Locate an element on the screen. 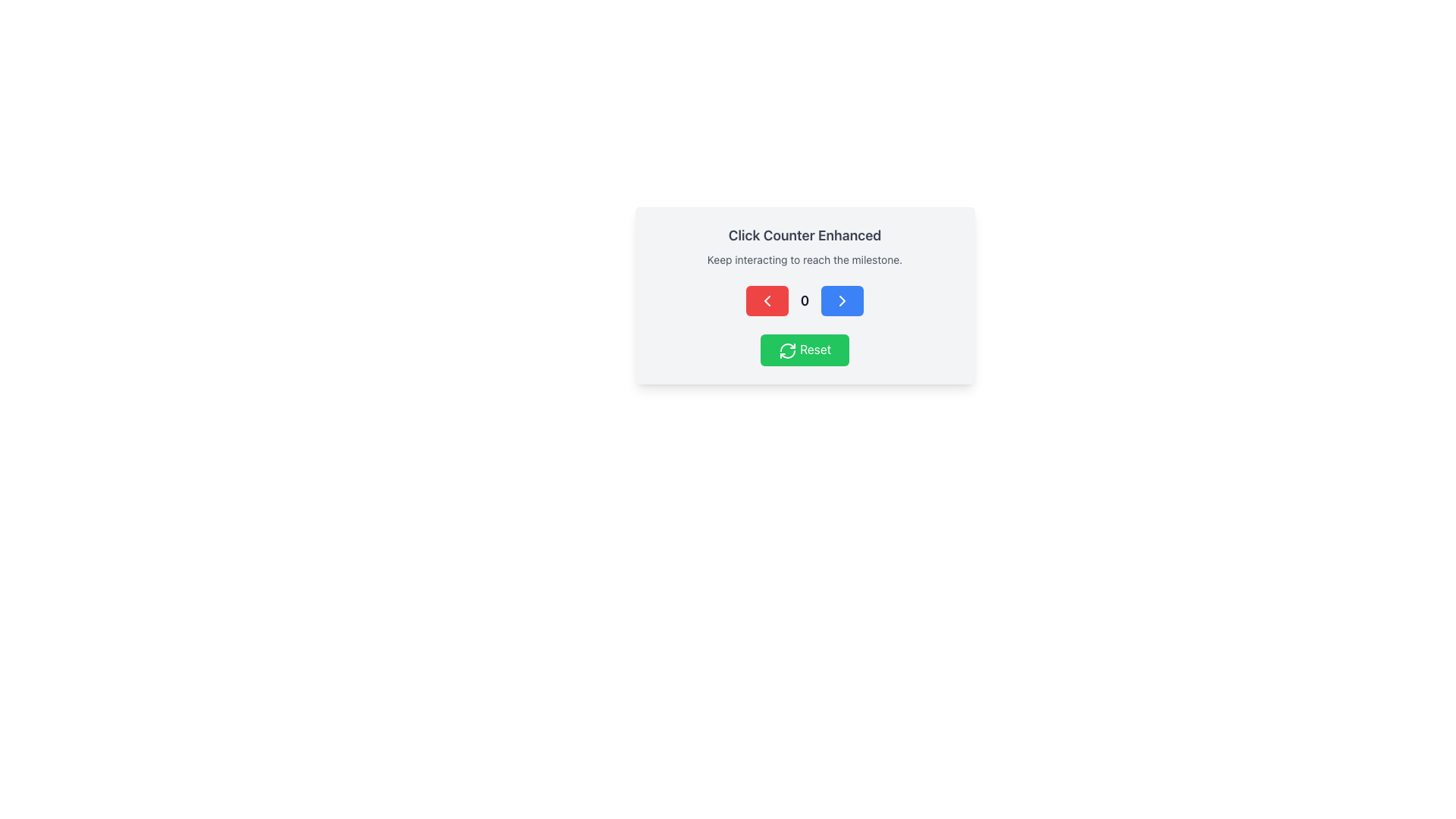 This screenshot has width=1456, height=819. the rightward chevron arrow icon located at the center of the blue button to increment the counter is located at coordinates (842, 301).